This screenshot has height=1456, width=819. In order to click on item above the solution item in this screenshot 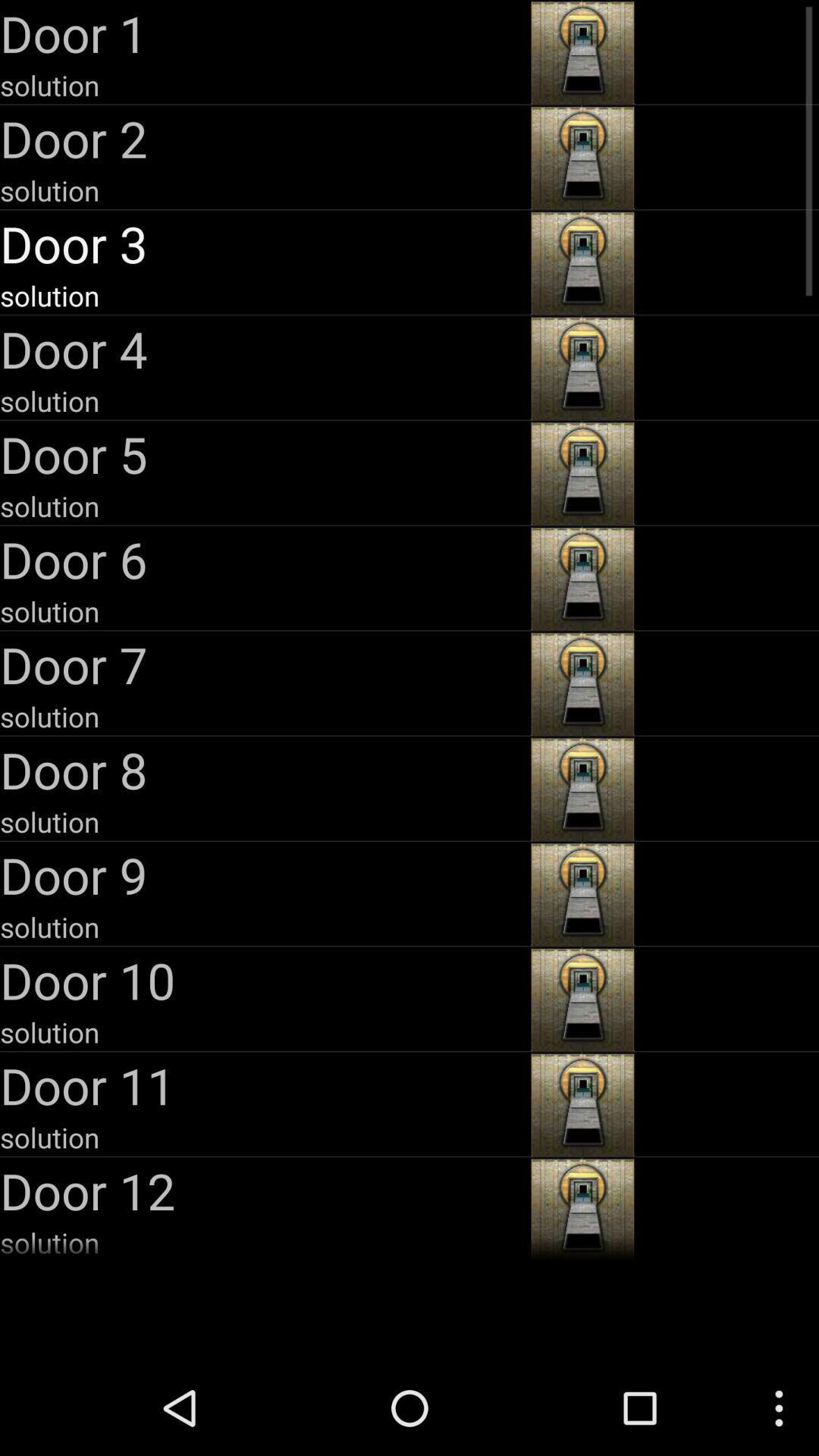, I will do `click(262, 348)`.